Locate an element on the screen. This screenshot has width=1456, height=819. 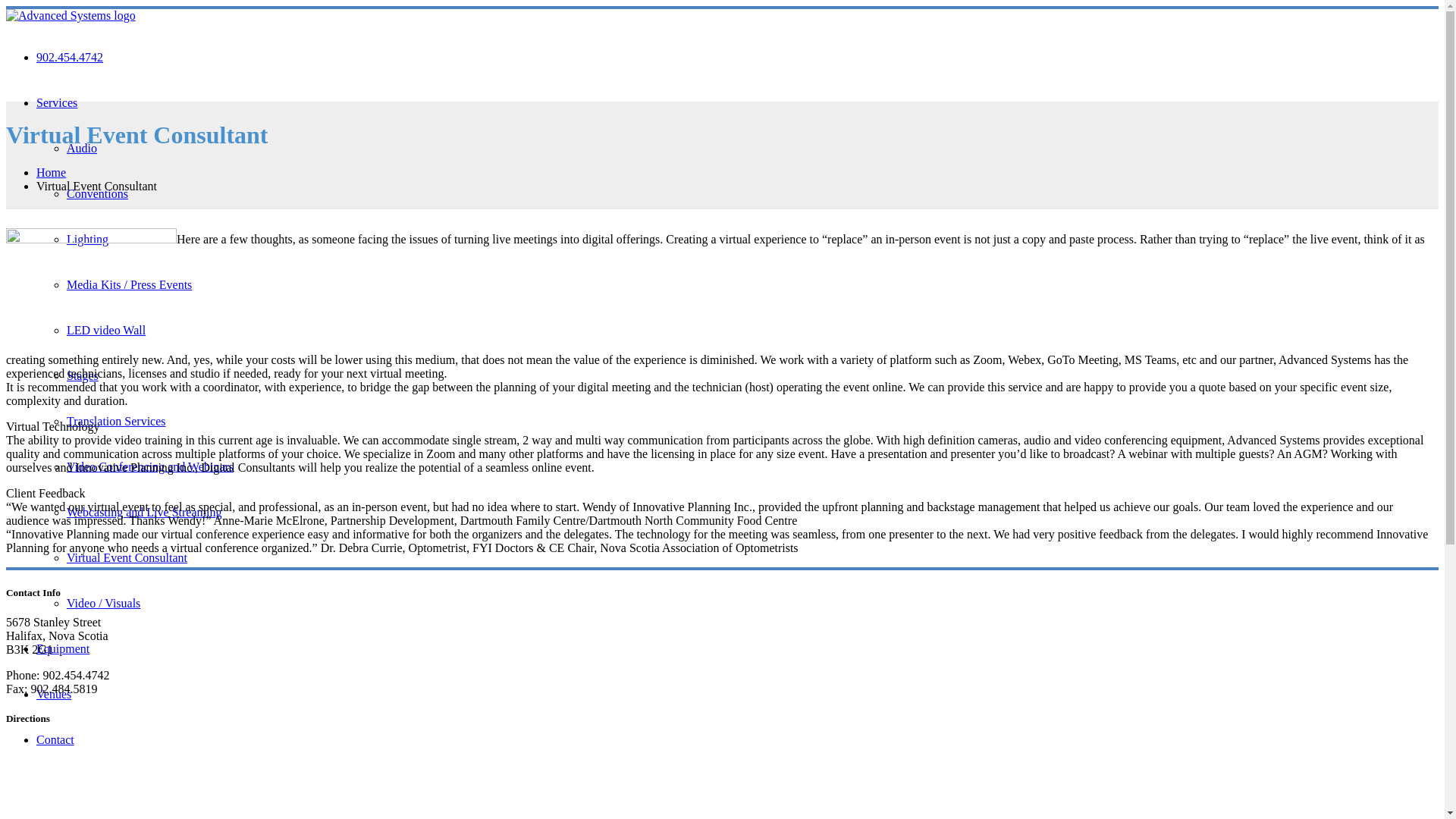
'Services' is located at coordinates (36, 102).